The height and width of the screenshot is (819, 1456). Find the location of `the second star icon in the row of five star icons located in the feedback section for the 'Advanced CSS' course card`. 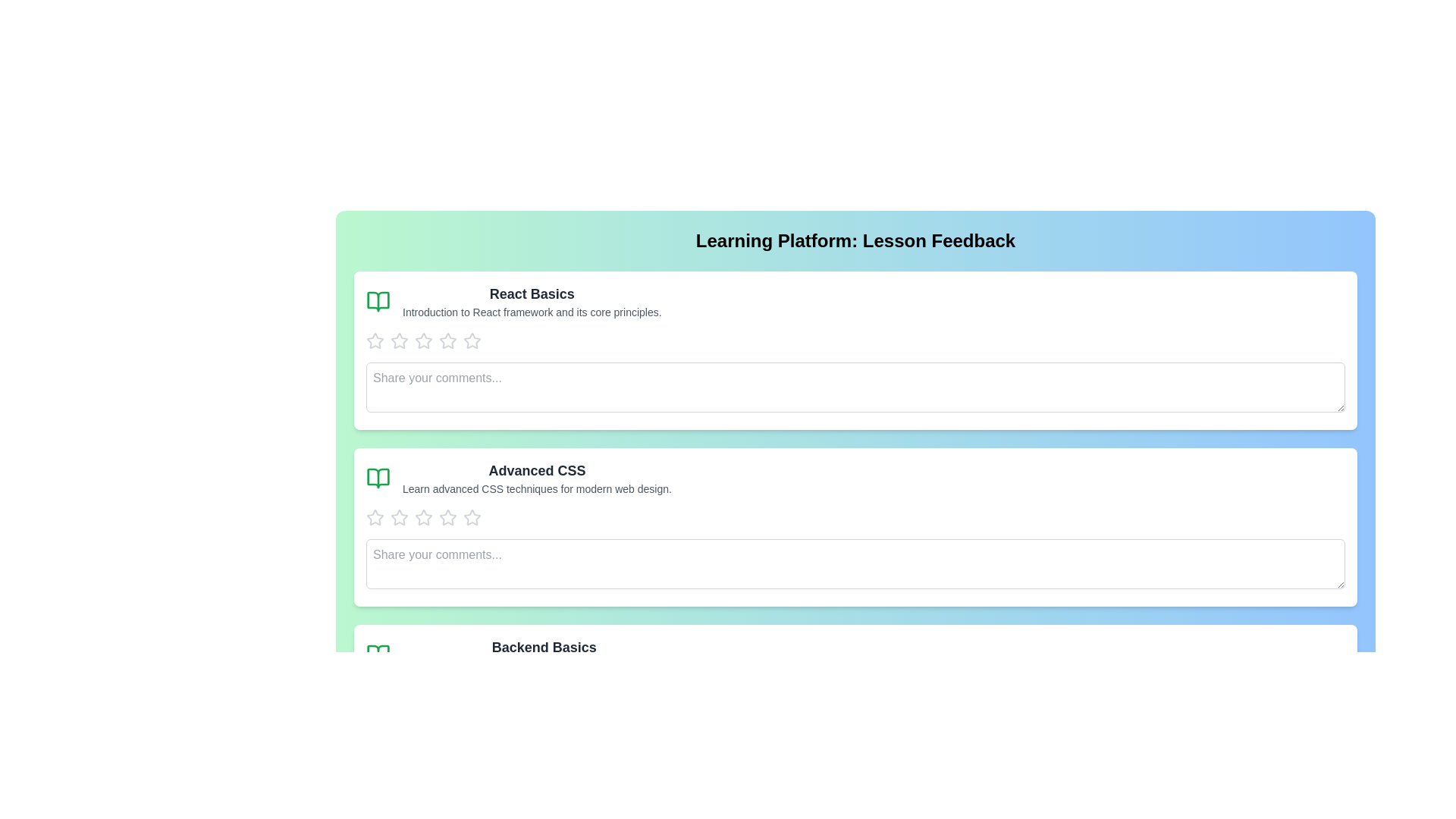

the second star icon in the row of five star icons located in the feedback section for the 'Advanced CSS' course card is located at coordinates (400, 516).